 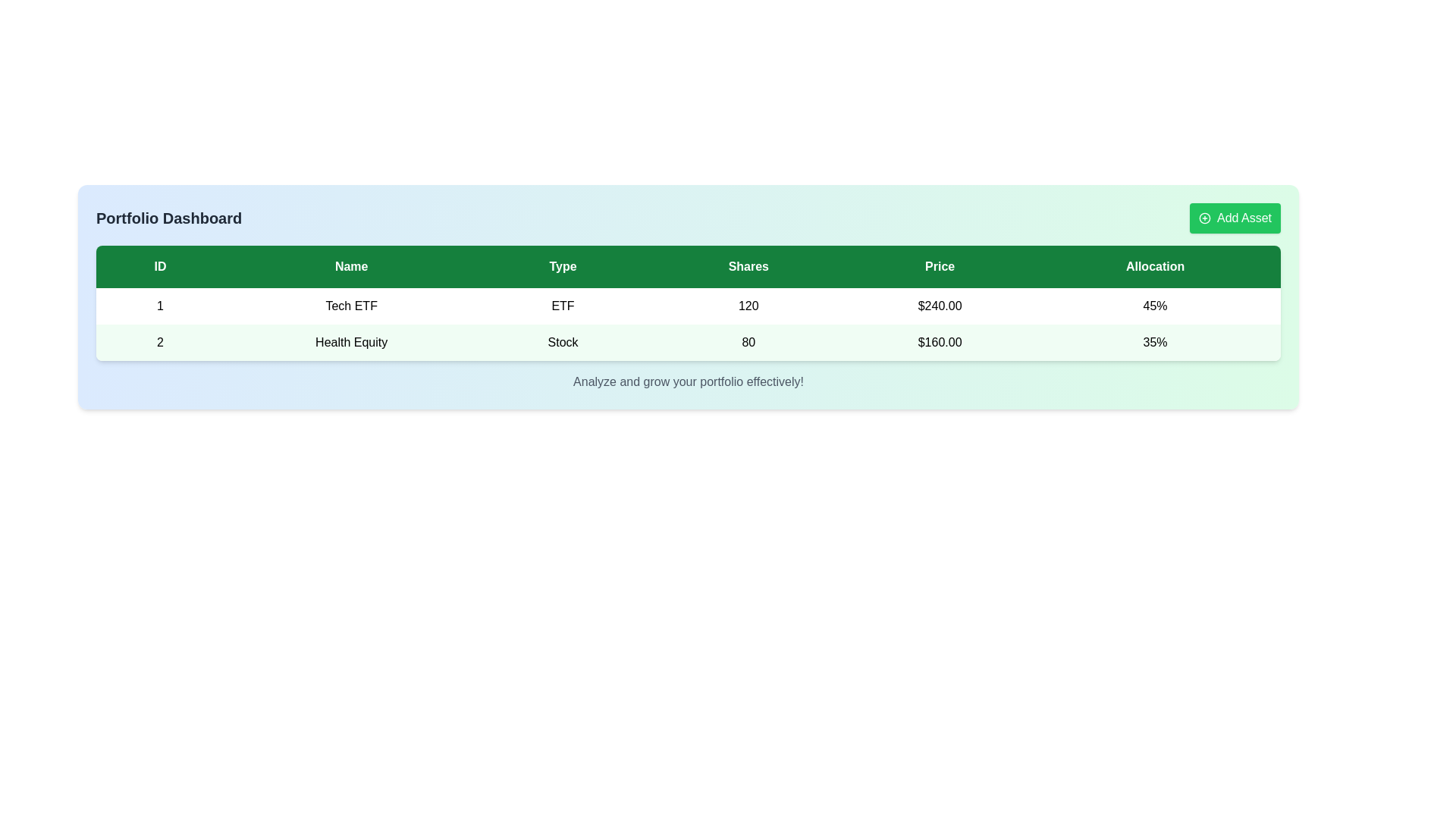 What do you see at coordinates (748, 265) in the screenshot?
I see `the 'Shares' text label, which is a rectangular element with white text on a green background, located in the header row of a table between the 'Type' and 'Price' headers` at bounding box center [748, 265].